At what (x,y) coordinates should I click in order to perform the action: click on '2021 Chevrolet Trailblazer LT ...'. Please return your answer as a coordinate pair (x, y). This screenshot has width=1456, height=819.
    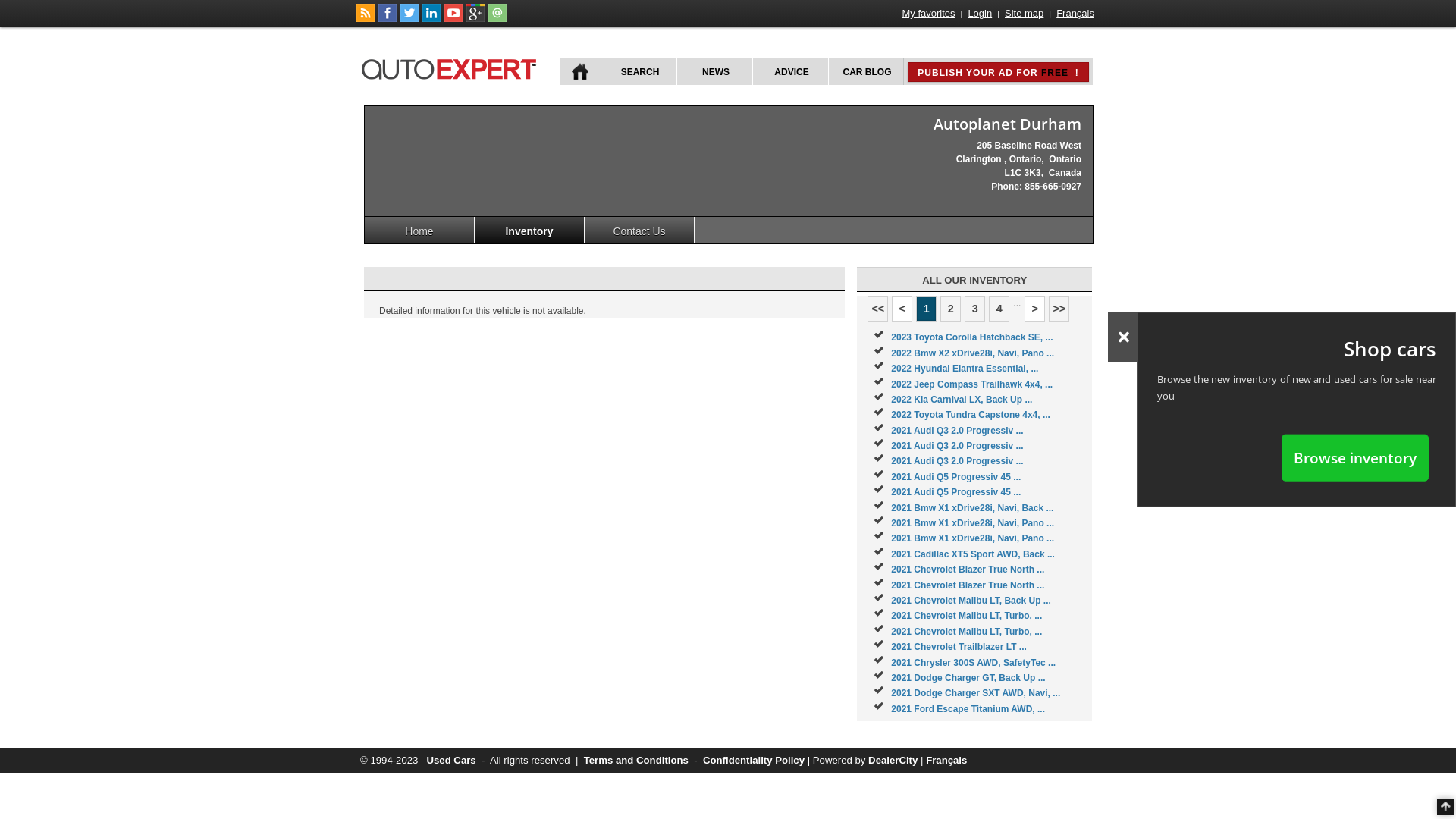
    Looking at the image, I should click on (891, 646).